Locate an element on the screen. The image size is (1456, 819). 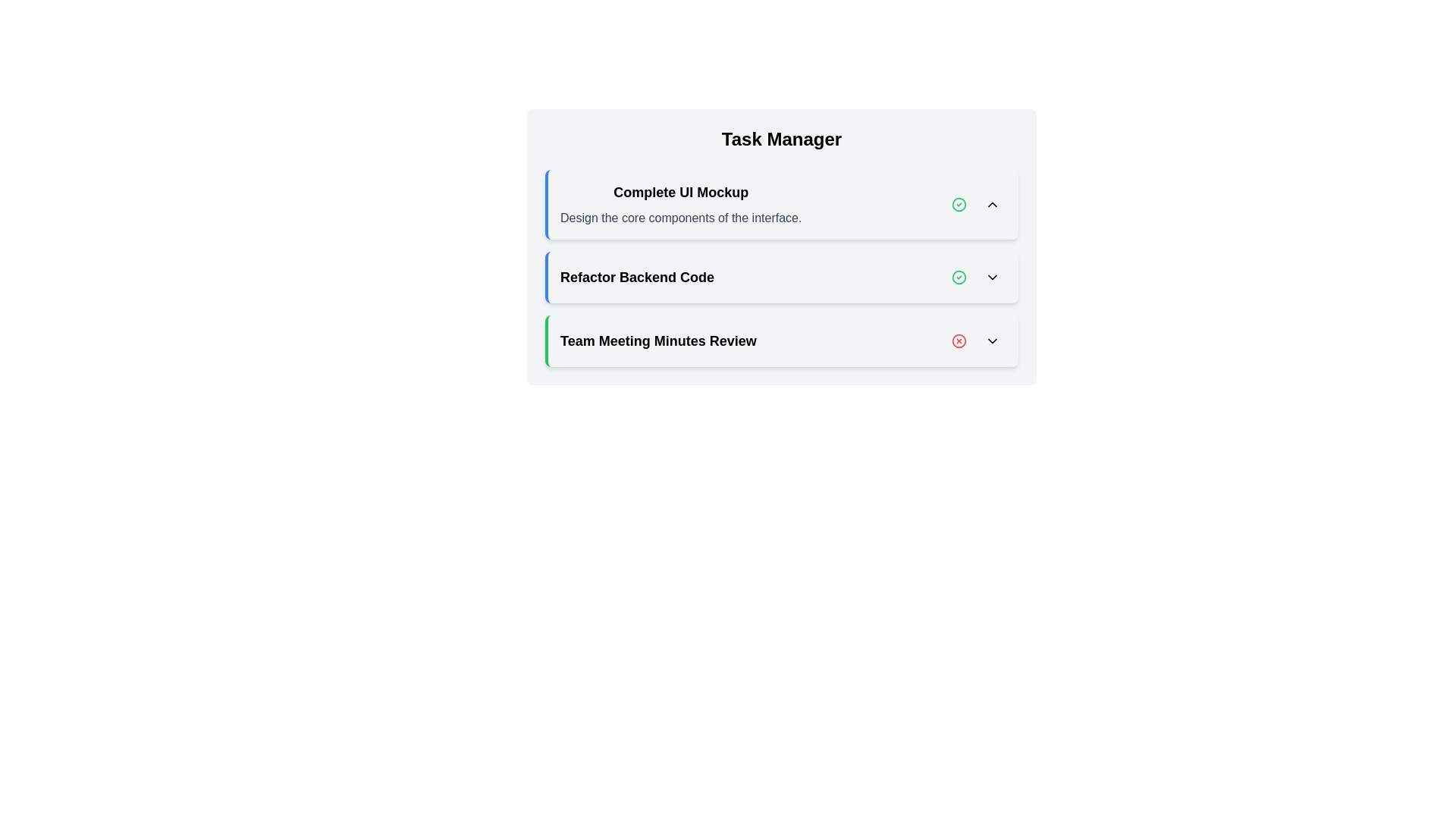
the task title and description element that displays 'Complete UI Mockup' and 'Design the core components of the interface.' within the first task card is located at coordinates (783, 205).